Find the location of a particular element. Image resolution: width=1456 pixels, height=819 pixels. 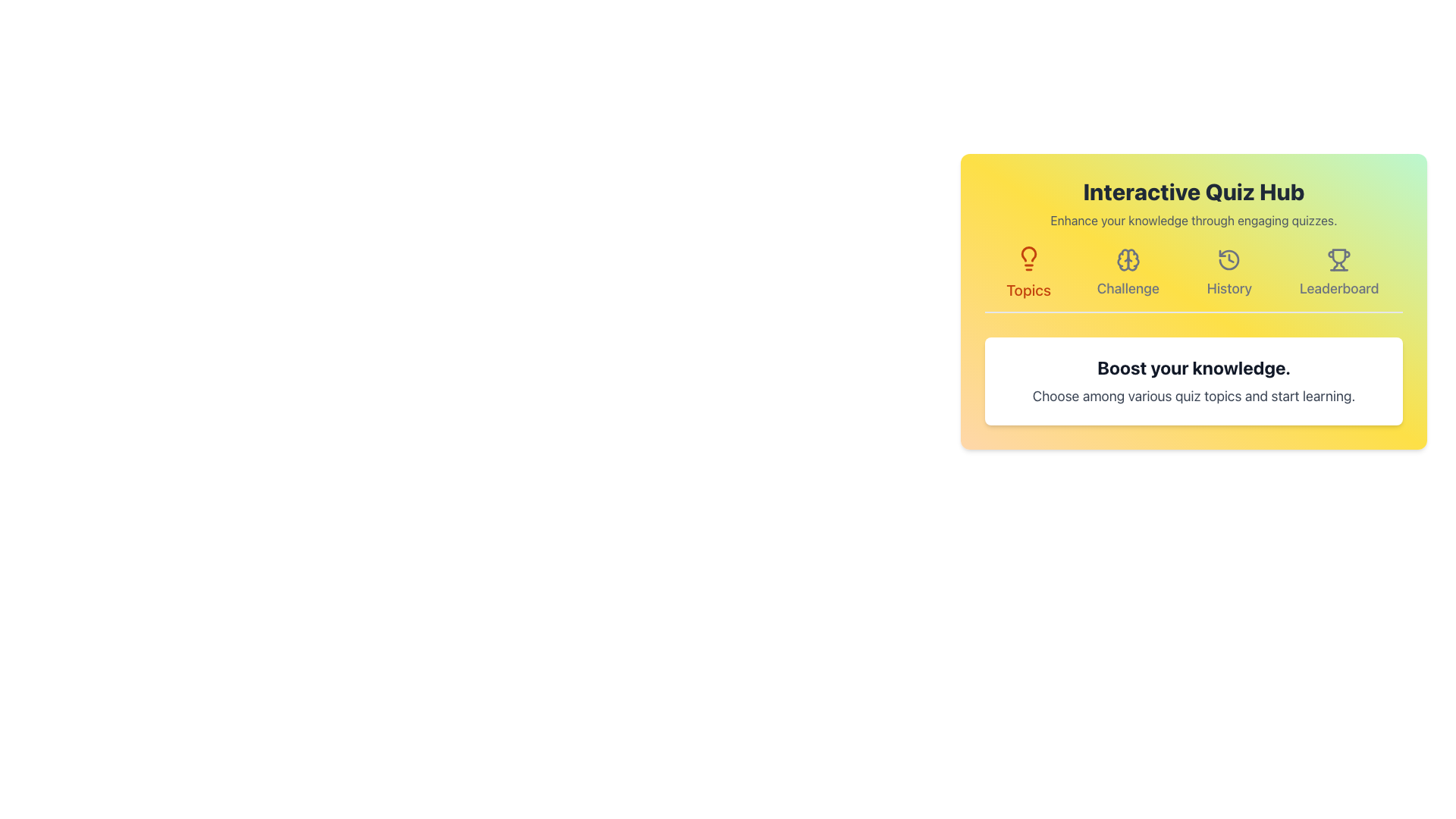

the 'History' menu item is located at coordinates (1229, 274).